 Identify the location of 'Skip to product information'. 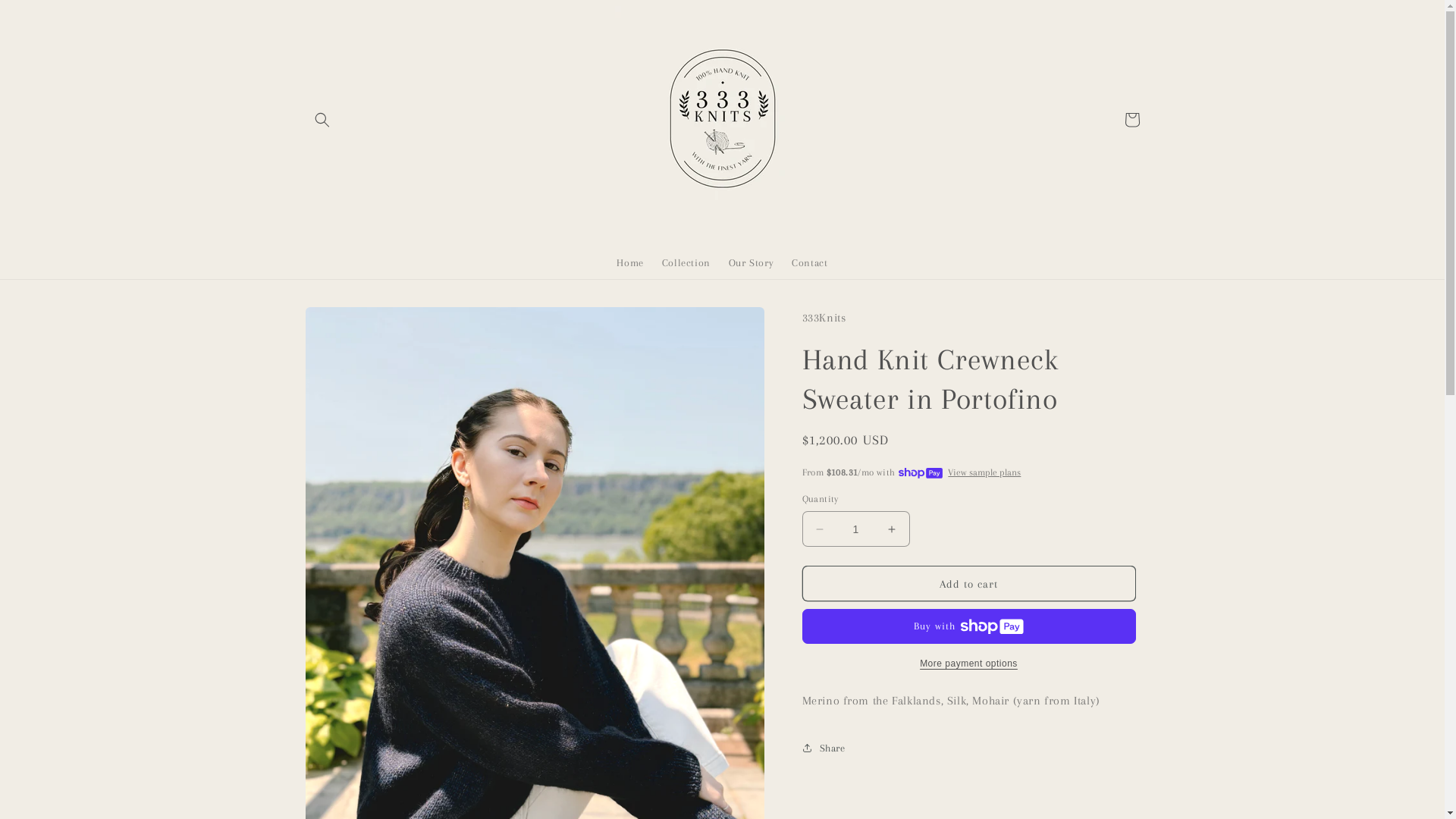
(350, 323).